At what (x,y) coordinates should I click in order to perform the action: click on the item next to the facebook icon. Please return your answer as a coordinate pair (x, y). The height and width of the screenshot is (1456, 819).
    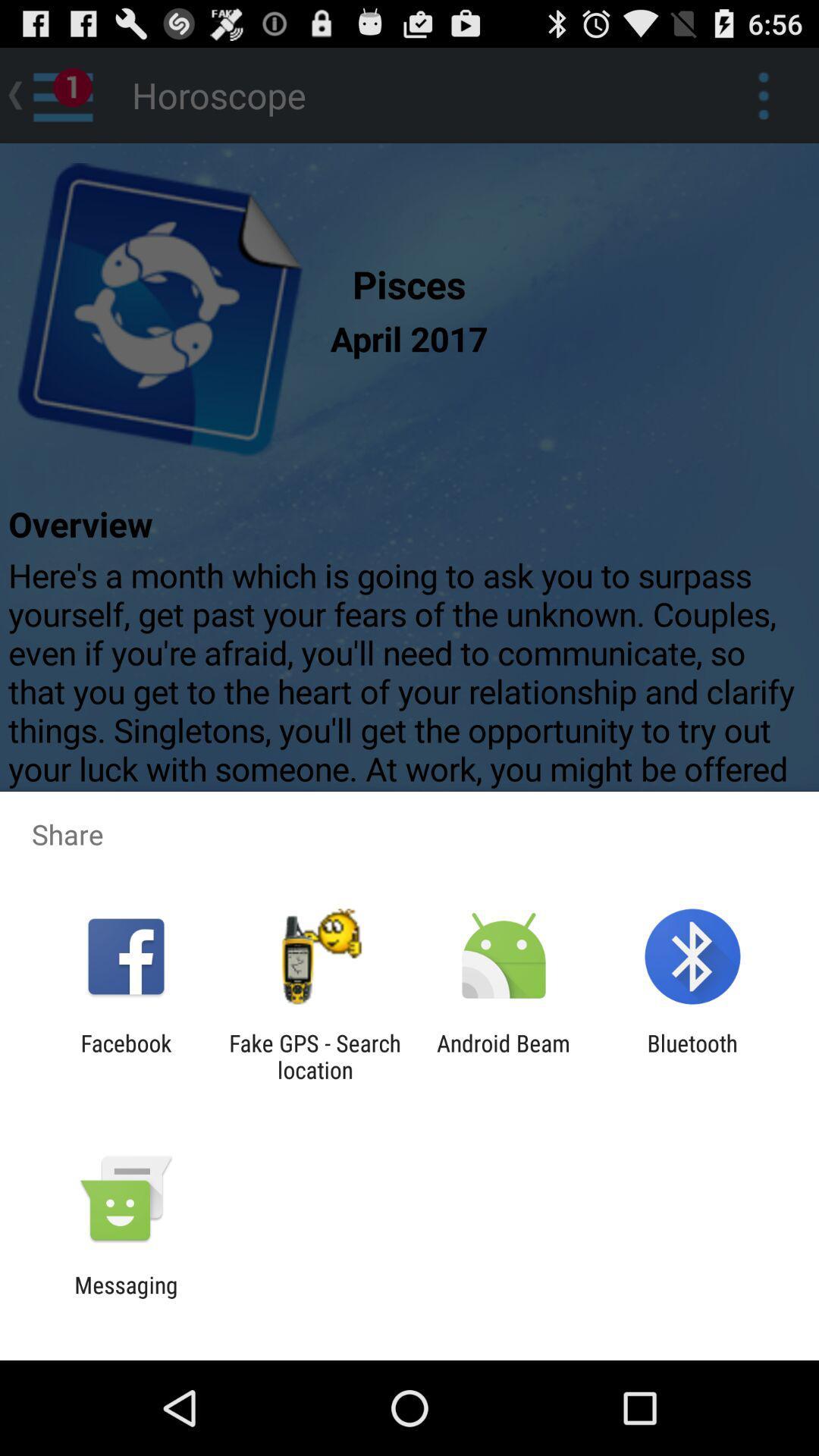
    Looking at the image, I should click on (314, 1056).